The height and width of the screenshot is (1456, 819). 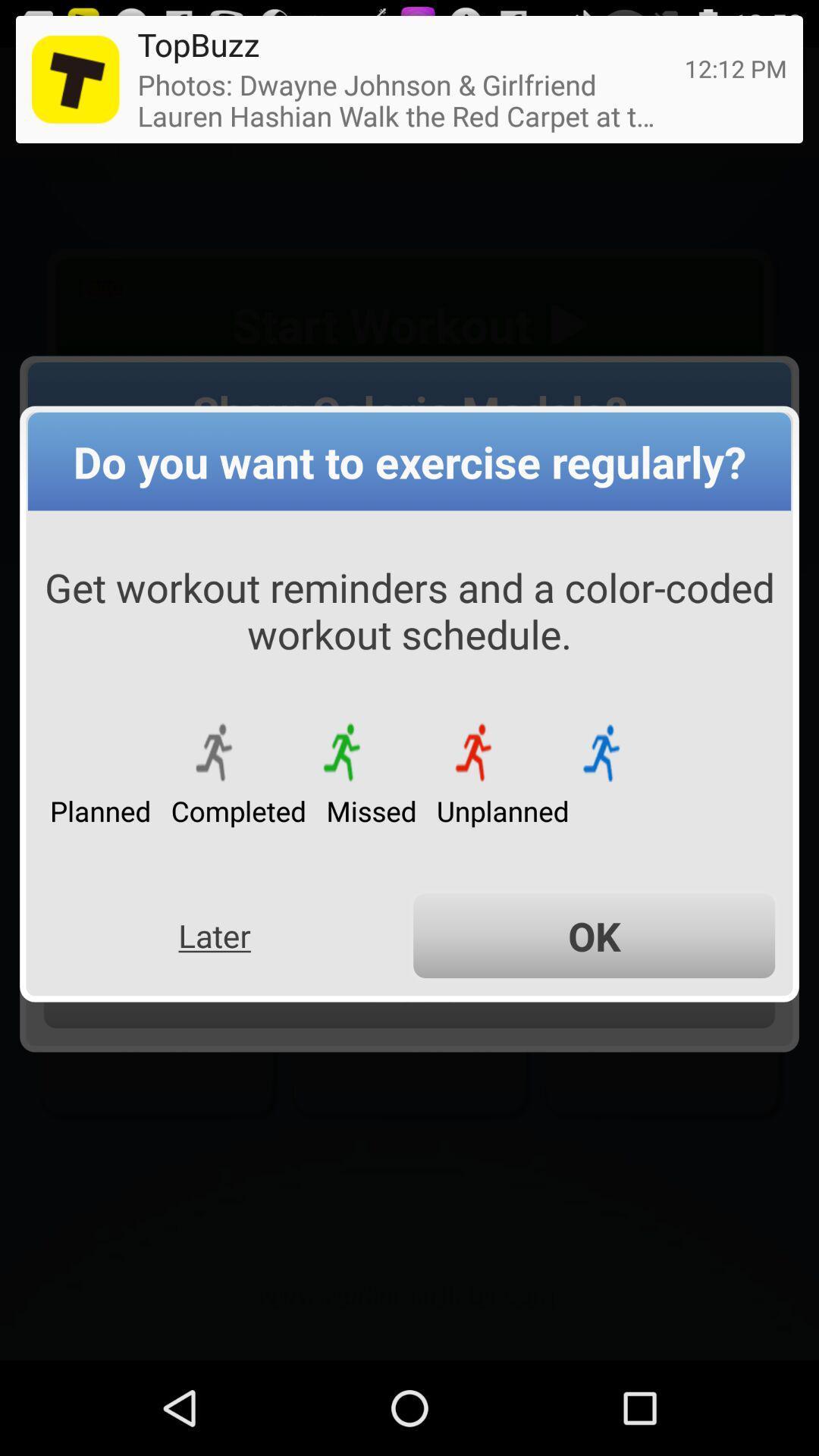 What do you see at coordinates (593, 935) in the screenshot?
I see `the app to the right of later` at bounding box center [593, 935].